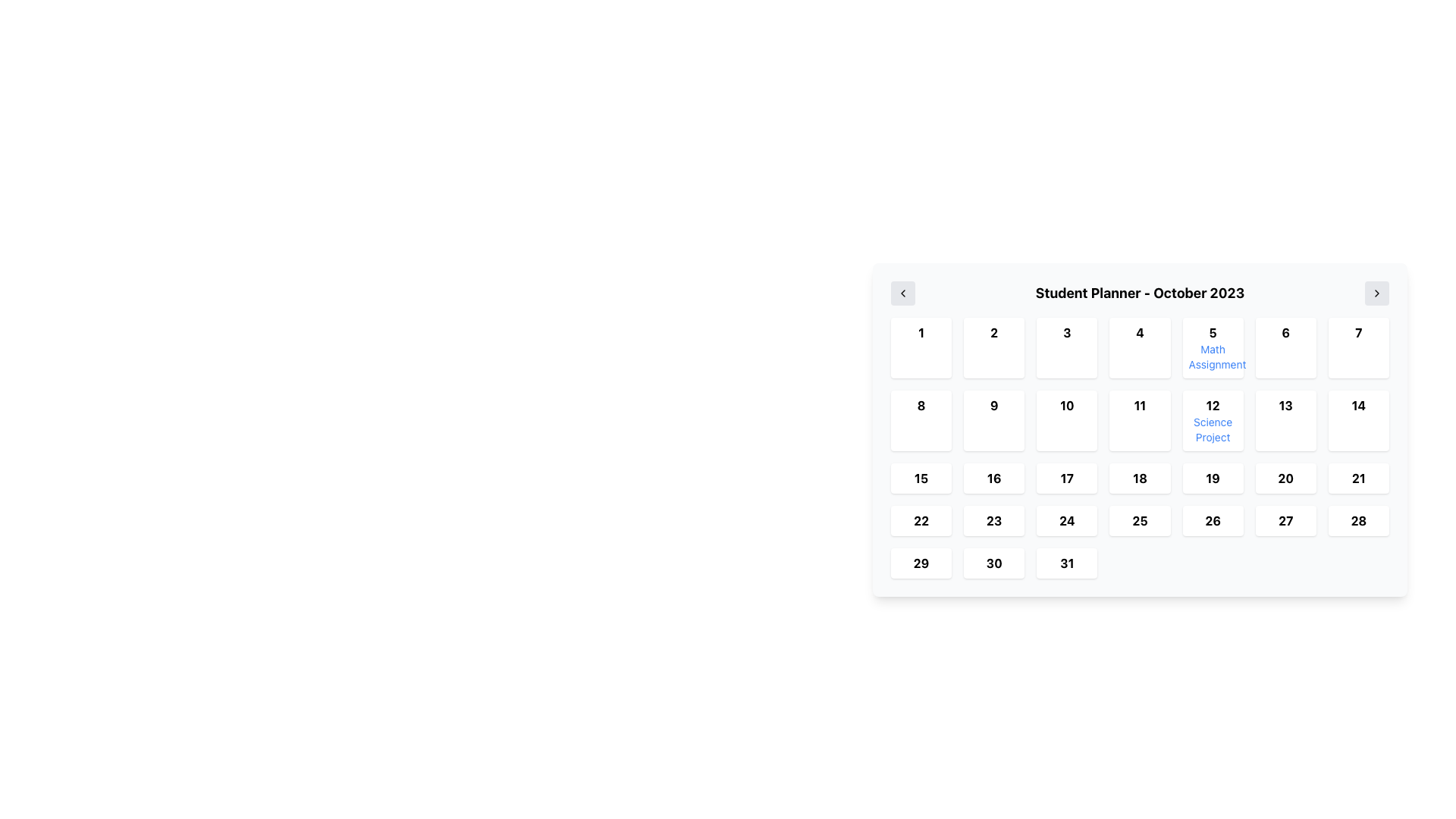 This screenshot has height=819, width=1456. I want to click on the Calendar Day Block containing the text '5' and 'Math Assignment', which is, so click(1211, 348).